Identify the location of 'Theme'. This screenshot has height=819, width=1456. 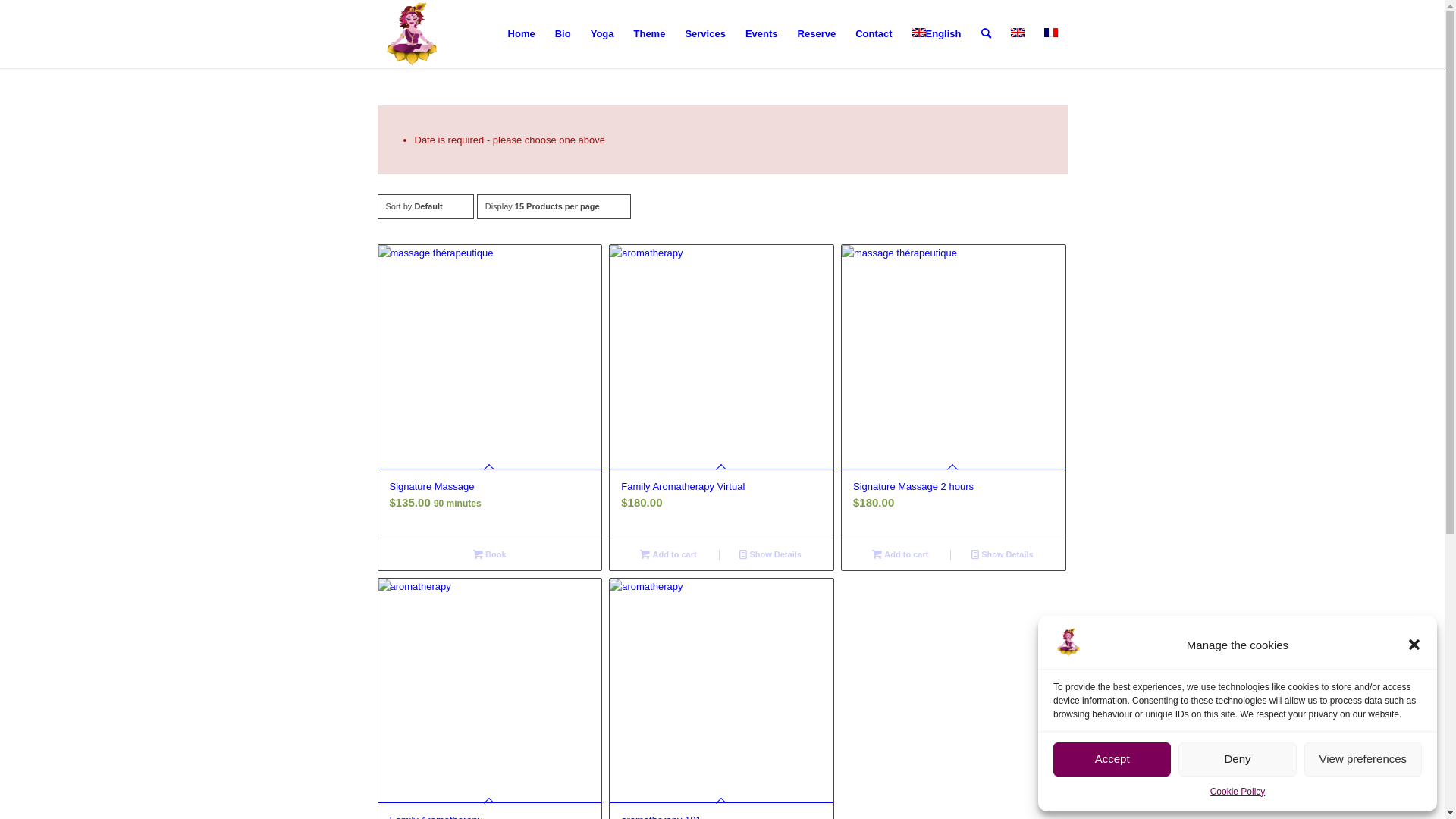
(623, 34).